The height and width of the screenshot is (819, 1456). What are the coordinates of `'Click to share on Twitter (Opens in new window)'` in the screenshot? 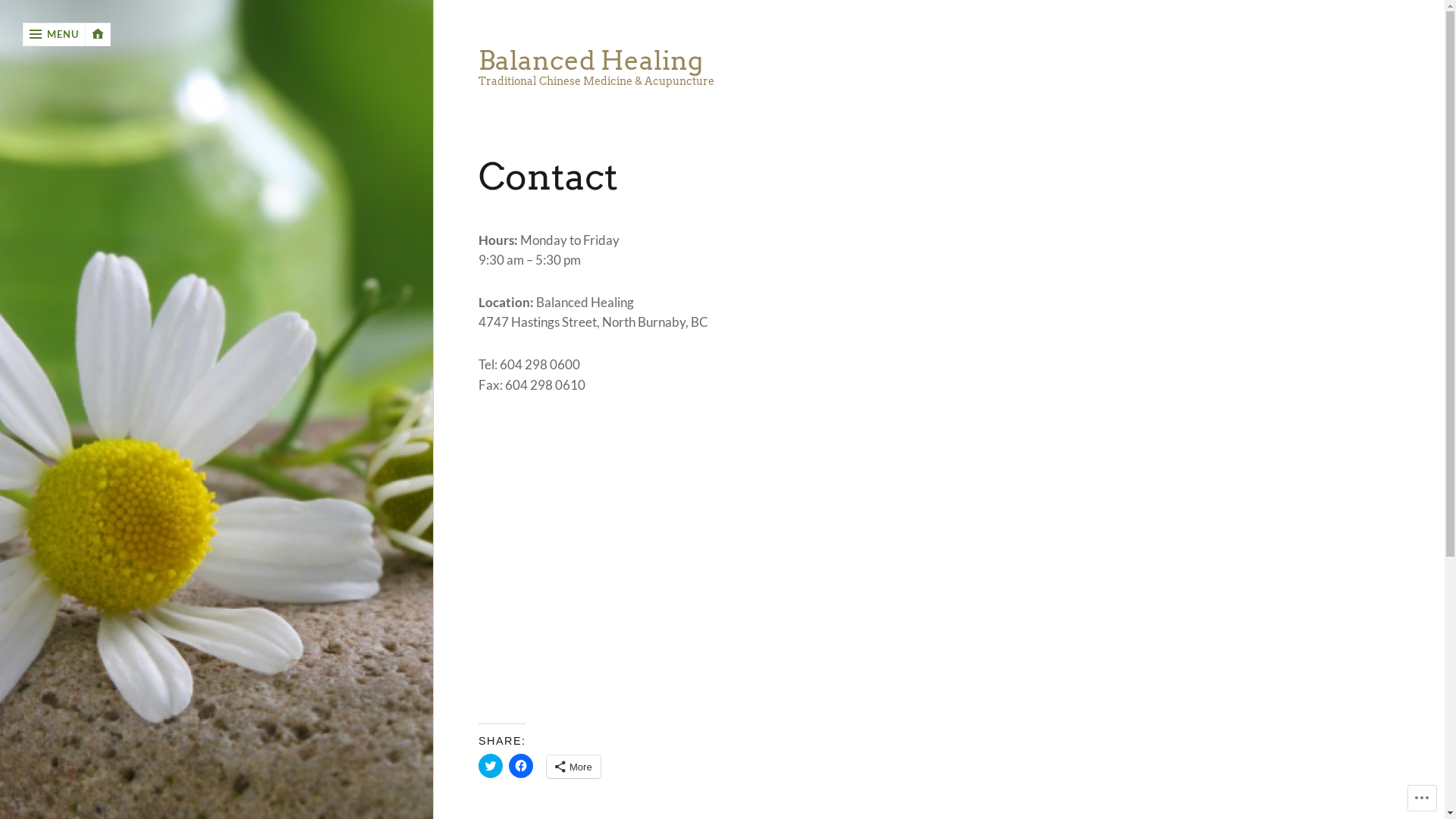 It's located at (491, 766).